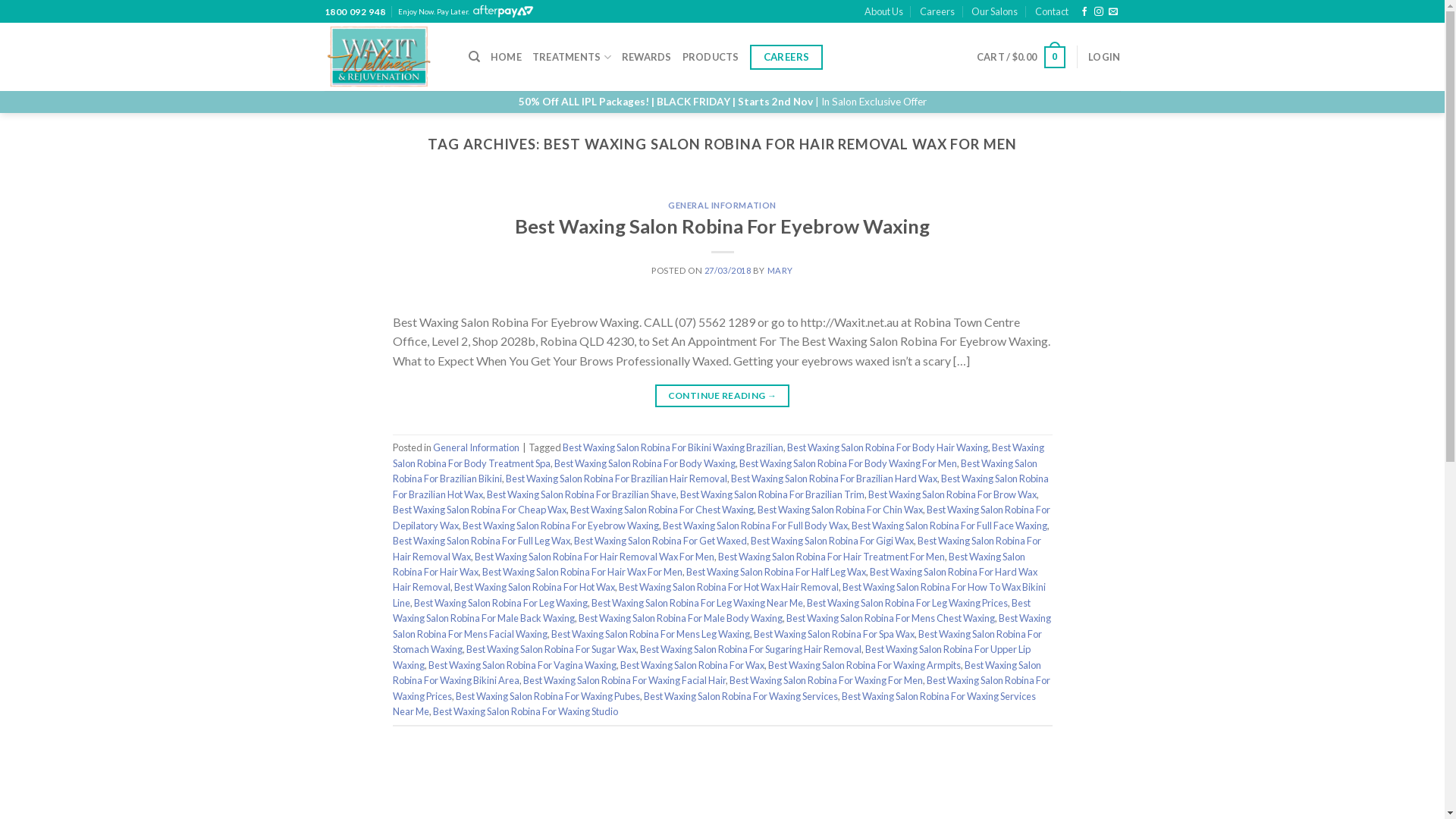 This screenshot has width=1456, height=819. What do you see at coordinates (562, 447) in the screenshot?
I see `'Best Waxing Salon Robina For Bikini Waxing Brazilian'` at bounding box center [562, 447].